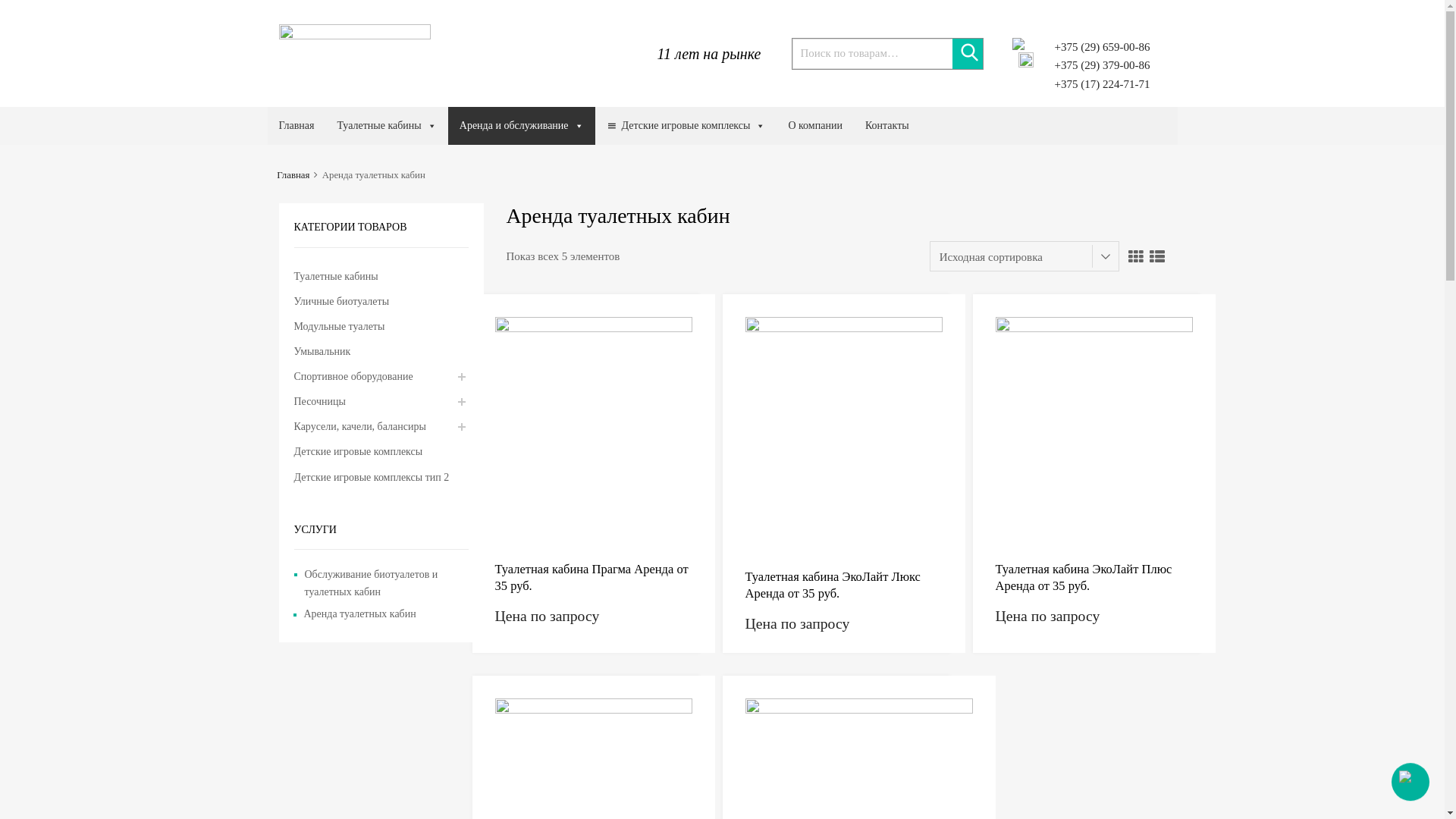 Image resolution: width=1456 pixels, height=819 pixels. What do you see at coordinates (1156, 254) in the screenshot?
I see `'List View'` at bounding box center [1156, 254].